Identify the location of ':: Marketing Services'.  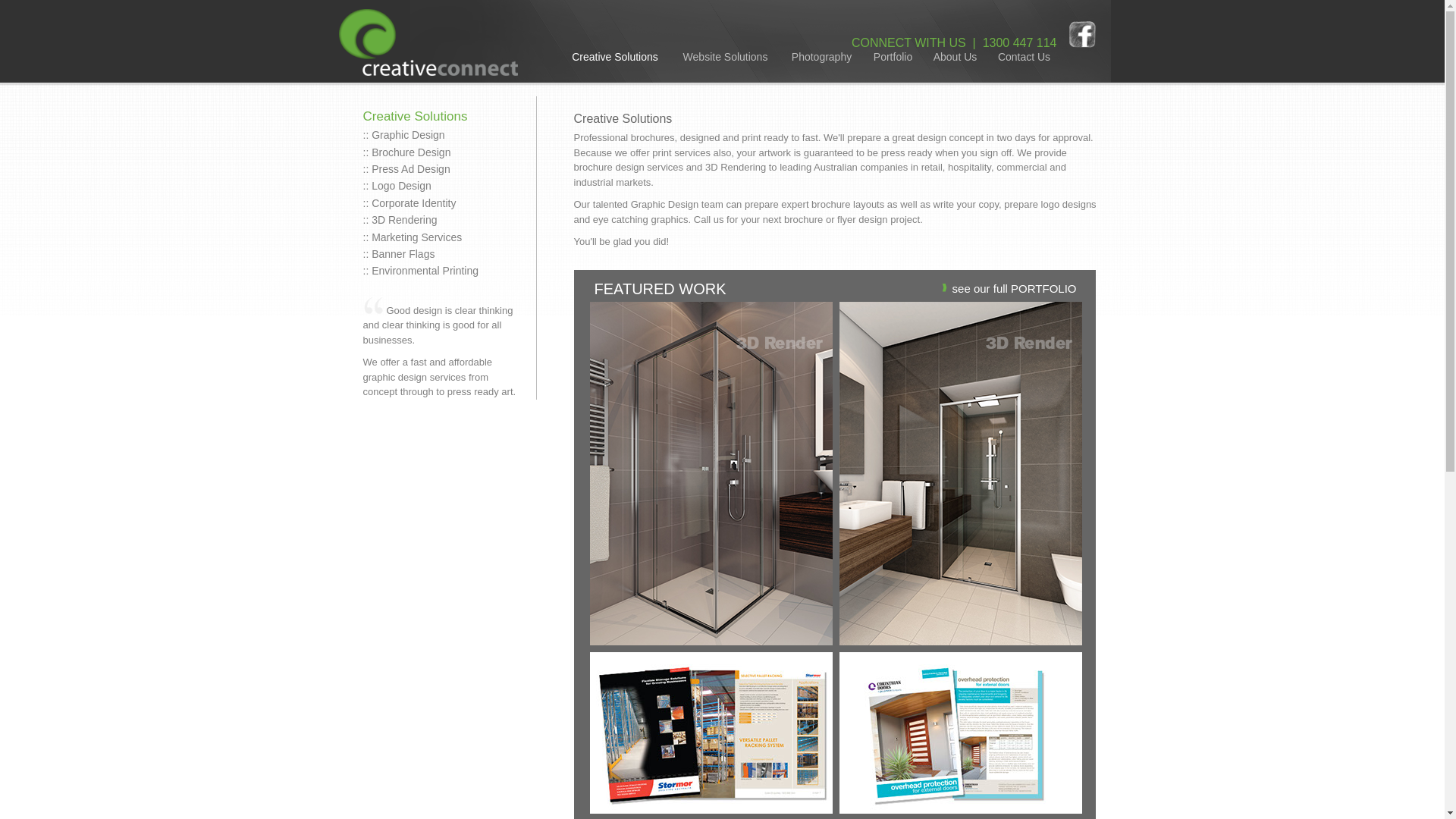
(412, 237).